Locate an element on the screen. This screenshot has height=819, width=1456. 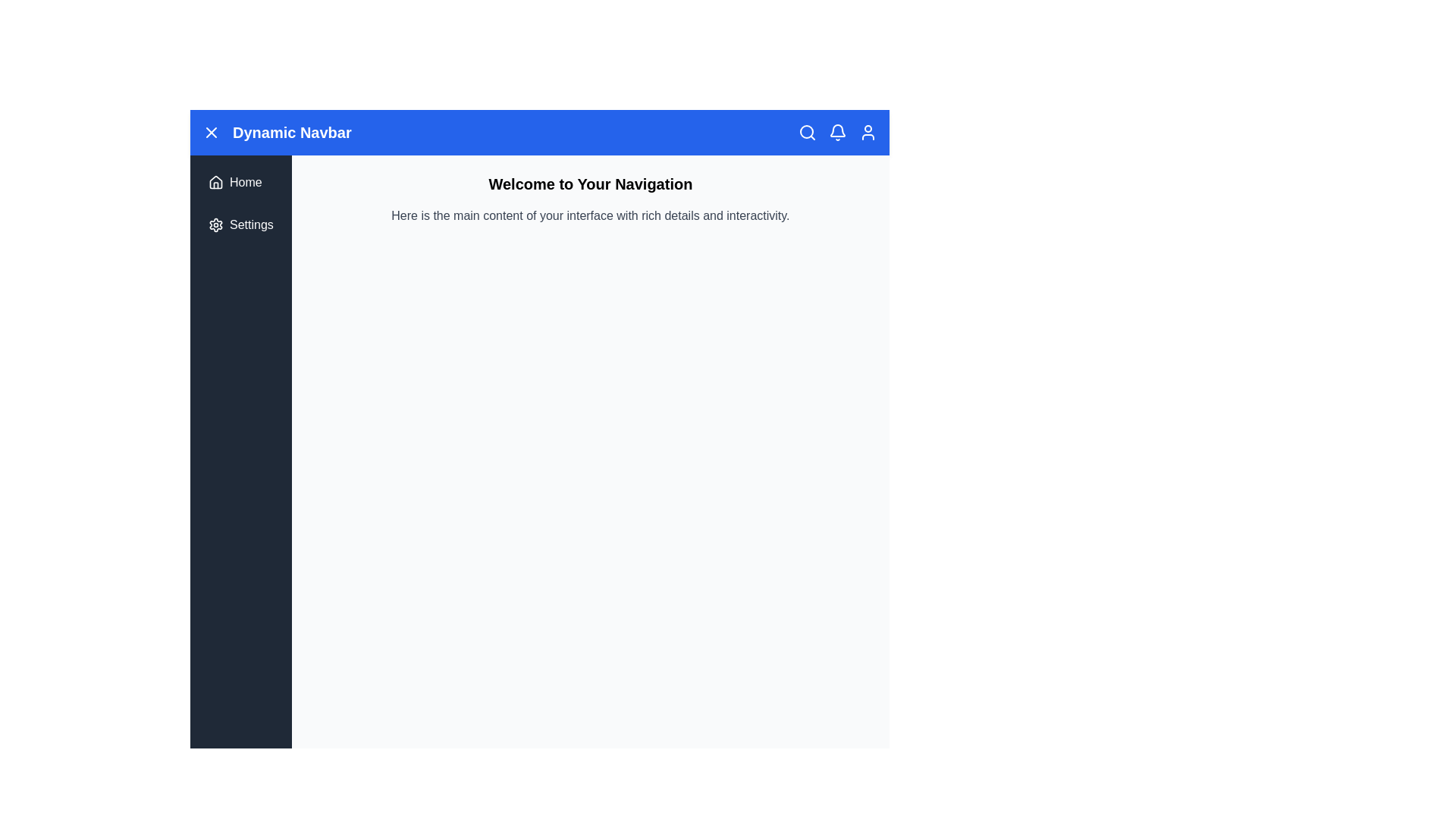
the 'Settings' text label located in the left sidebar navigation menu, which is styled with white text on a dark background and positioned next to a settings gear icon is located at coordinates (251, 225).